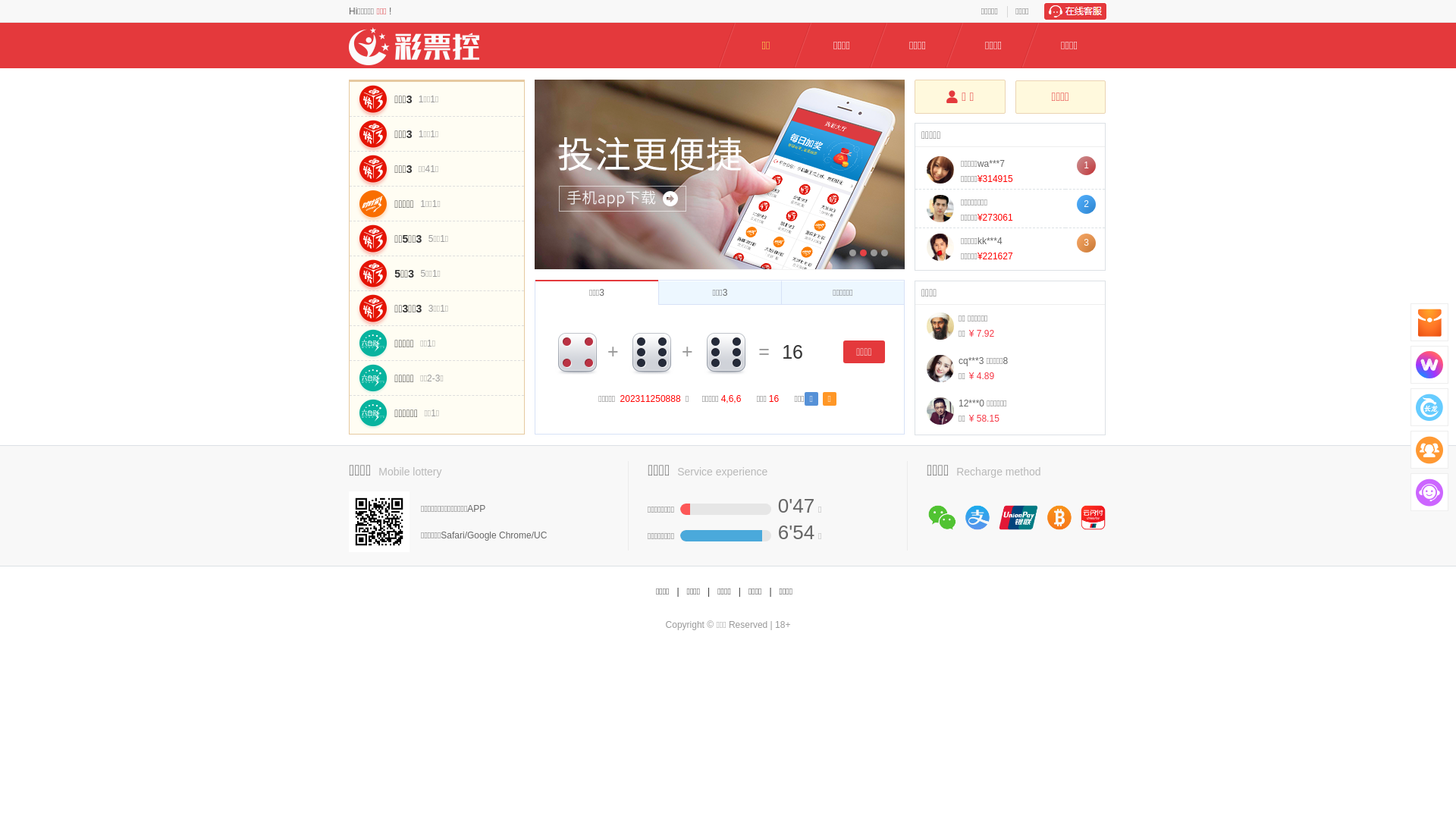 The image size is (1456, 819). What do you see at coordinates (739, 591) in the screenshot?
I see `'|'` at bounding box center [739, 591].